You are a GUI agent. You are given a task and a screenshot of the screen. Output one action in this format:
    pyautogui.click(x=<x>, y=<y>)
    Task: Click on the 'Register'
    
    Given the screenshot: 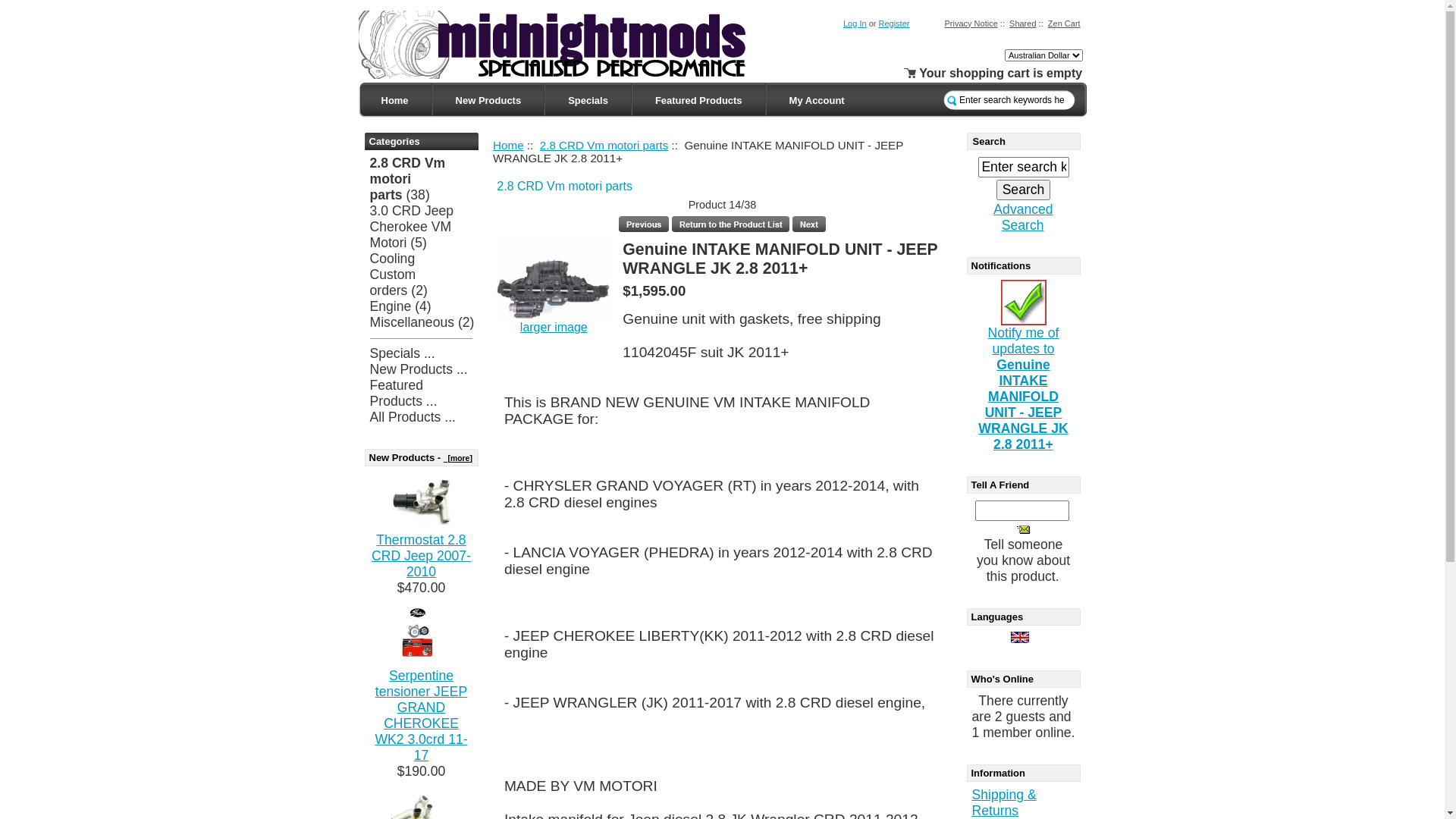 What is the action you would take?
    pyautogui.click(x=893, y=23)
    